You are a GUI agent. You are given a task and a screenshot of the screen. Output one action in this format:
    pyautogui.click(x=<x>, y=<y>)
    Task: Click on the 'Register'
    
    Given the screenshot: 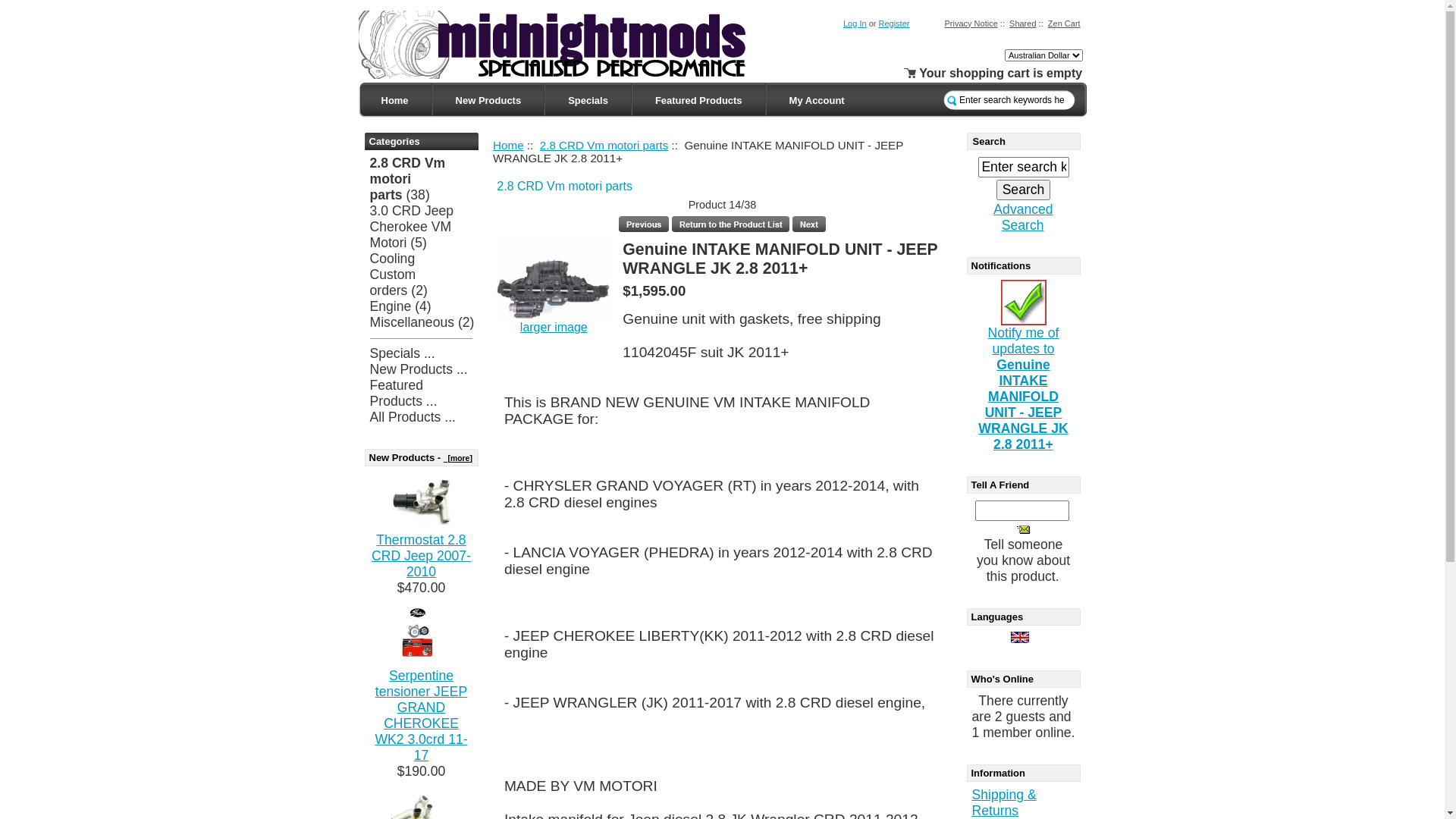 What is the action you would take?
    pyautogui.click(x=893, y=23)
    